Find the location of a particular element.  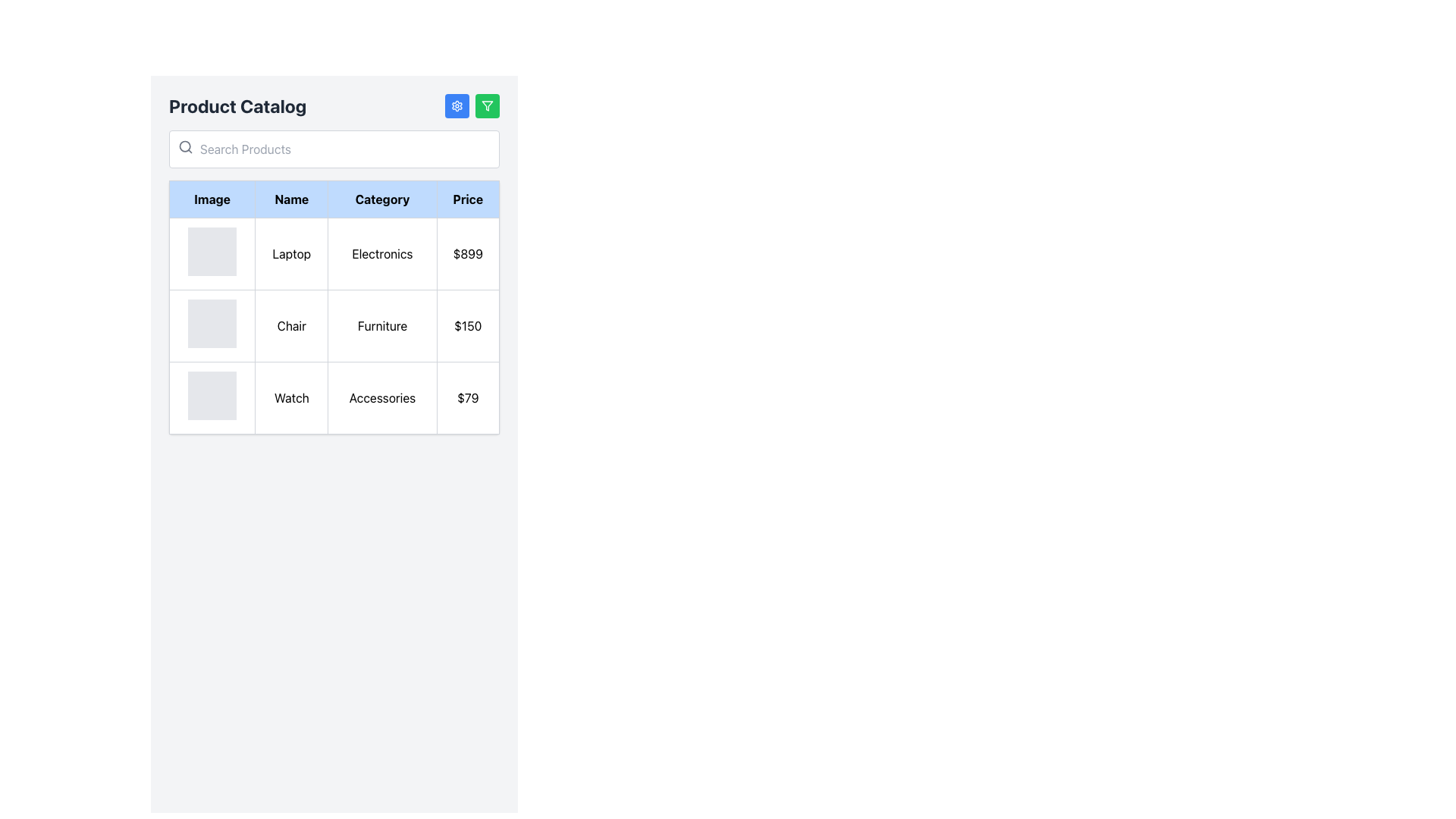

the filtering icon located inside the green button at the top-right corner of the interface is located at coordinates (488, 105).